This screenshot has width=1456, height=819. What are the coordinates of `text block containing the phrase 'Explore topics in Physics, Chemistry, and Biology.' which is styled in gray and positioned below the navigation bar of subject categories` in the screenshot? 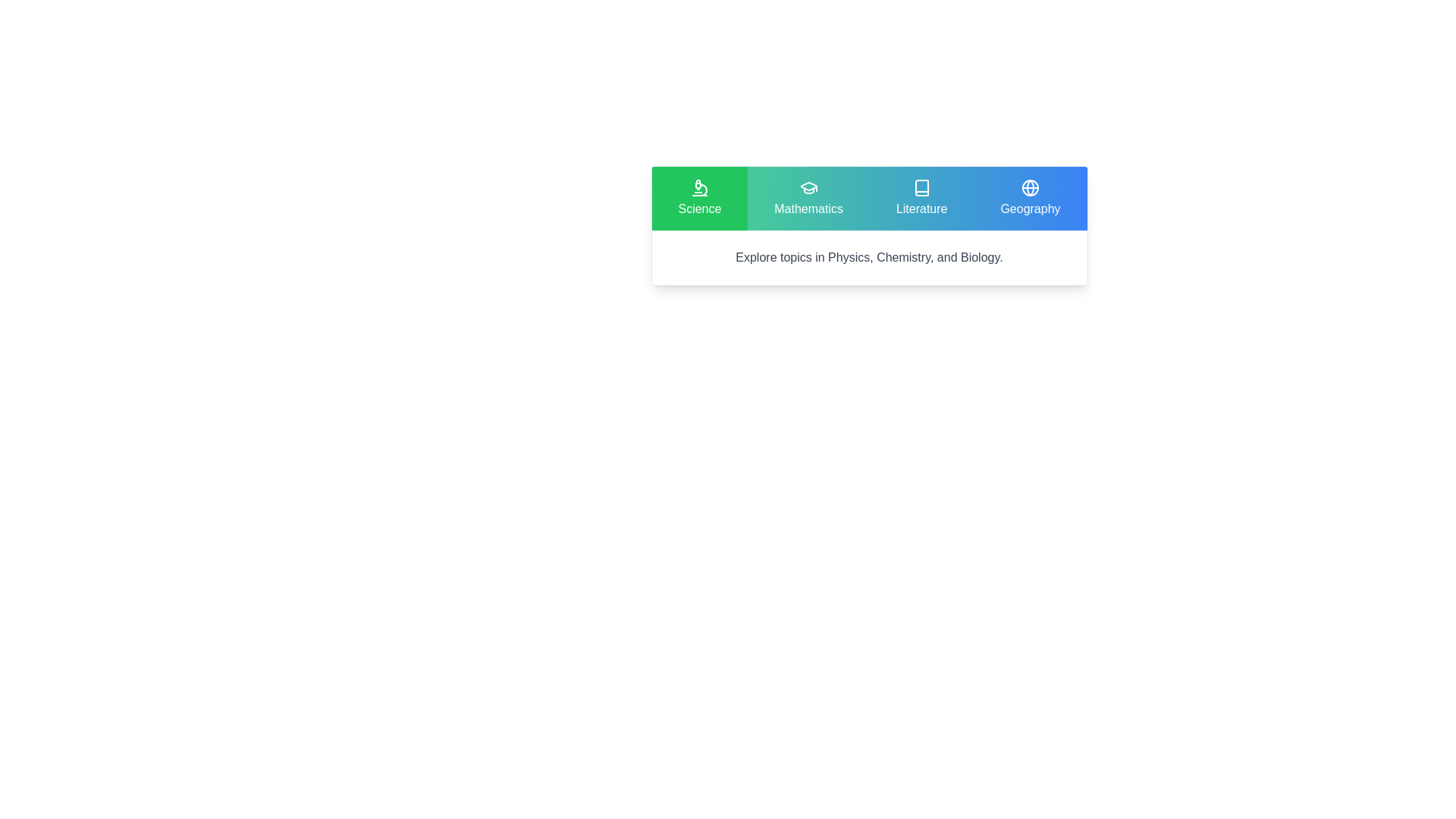 It's located at (869, 256).